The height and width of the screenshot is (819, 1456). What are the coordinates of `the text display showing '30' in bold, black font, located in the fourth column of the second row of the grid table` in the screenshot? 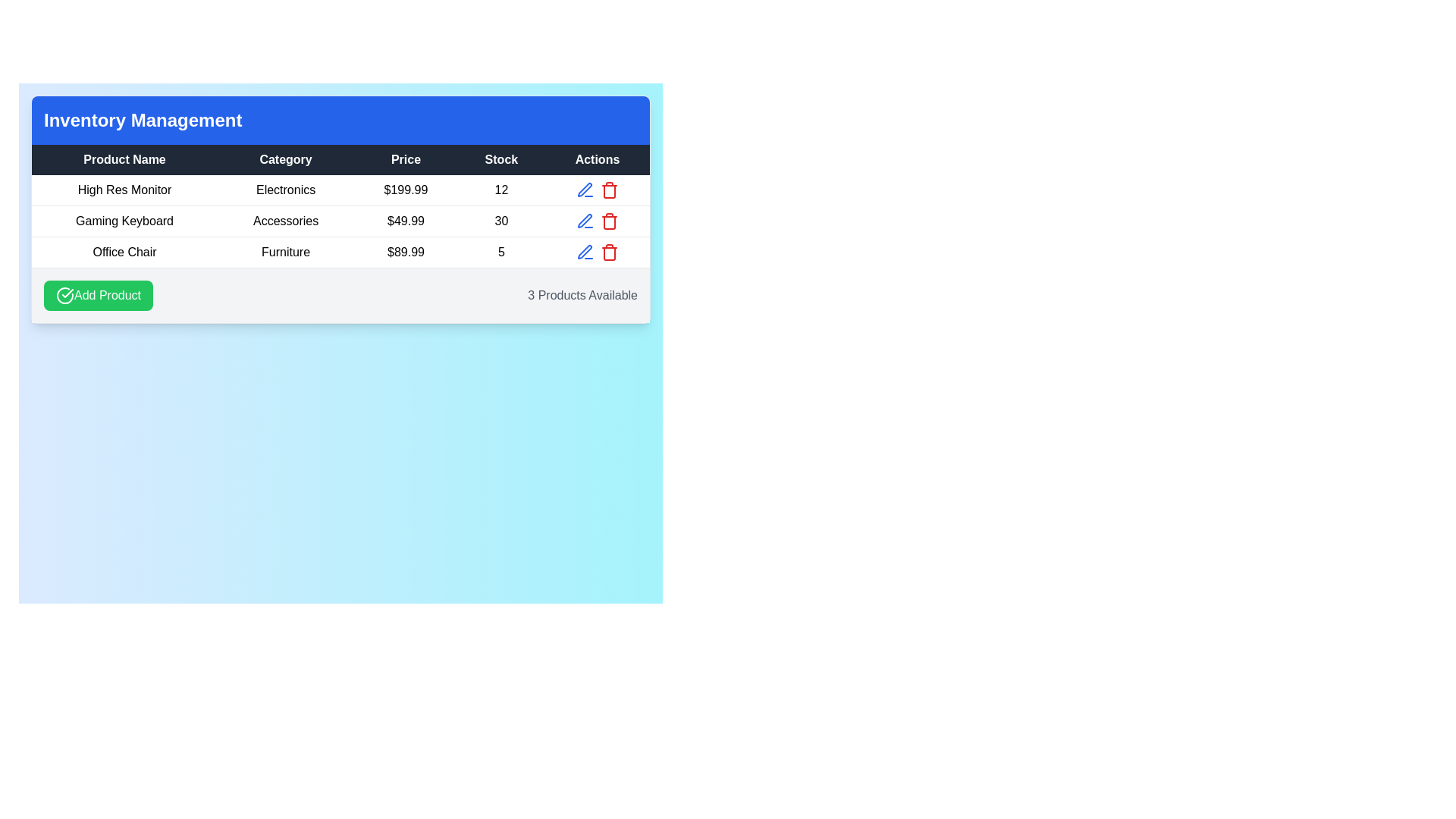 It's located at (501, 221).